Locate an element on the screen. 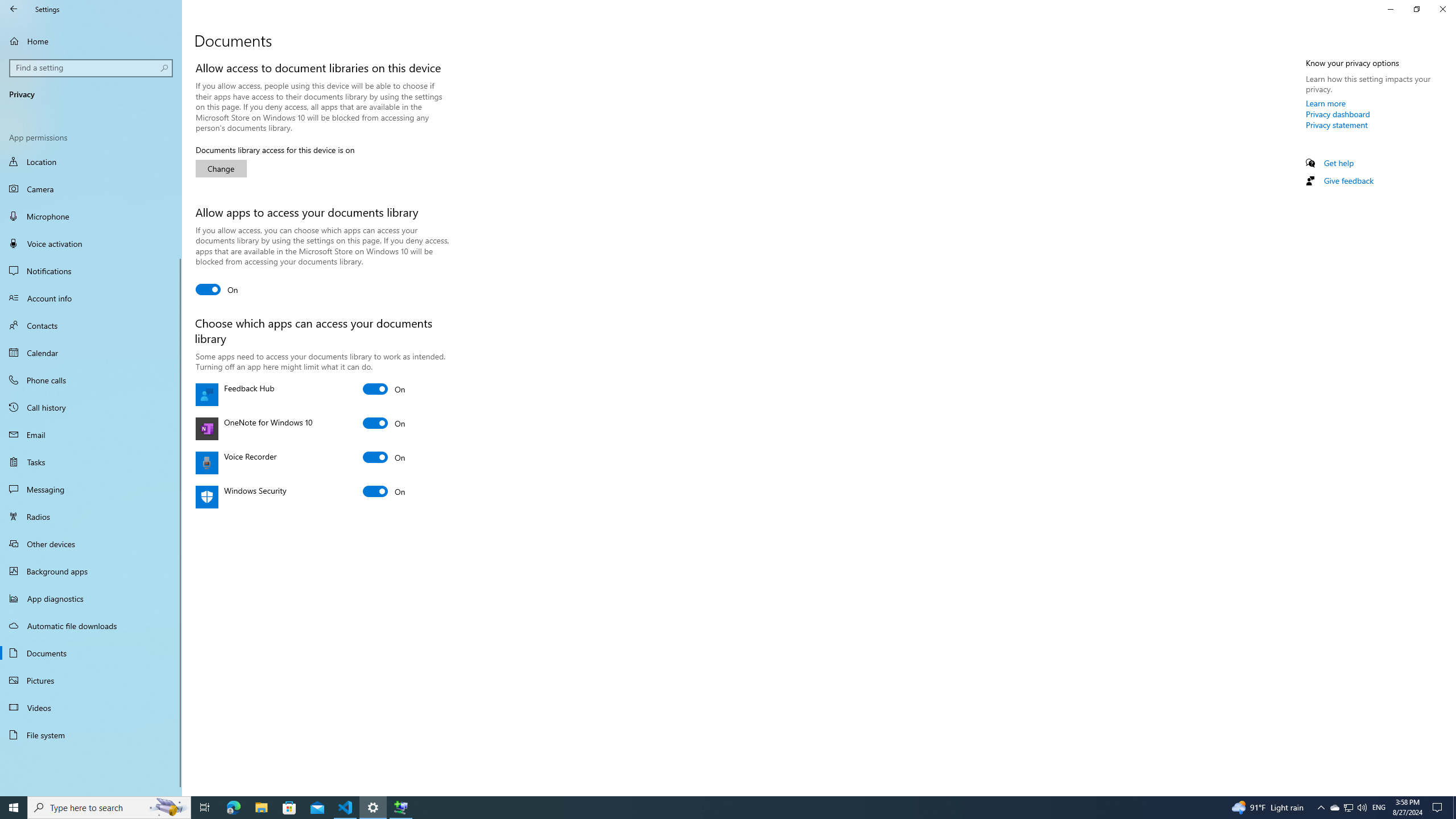 This screenshot has height=819, width=1456. 'Location' is located at coordinates (90, 162).